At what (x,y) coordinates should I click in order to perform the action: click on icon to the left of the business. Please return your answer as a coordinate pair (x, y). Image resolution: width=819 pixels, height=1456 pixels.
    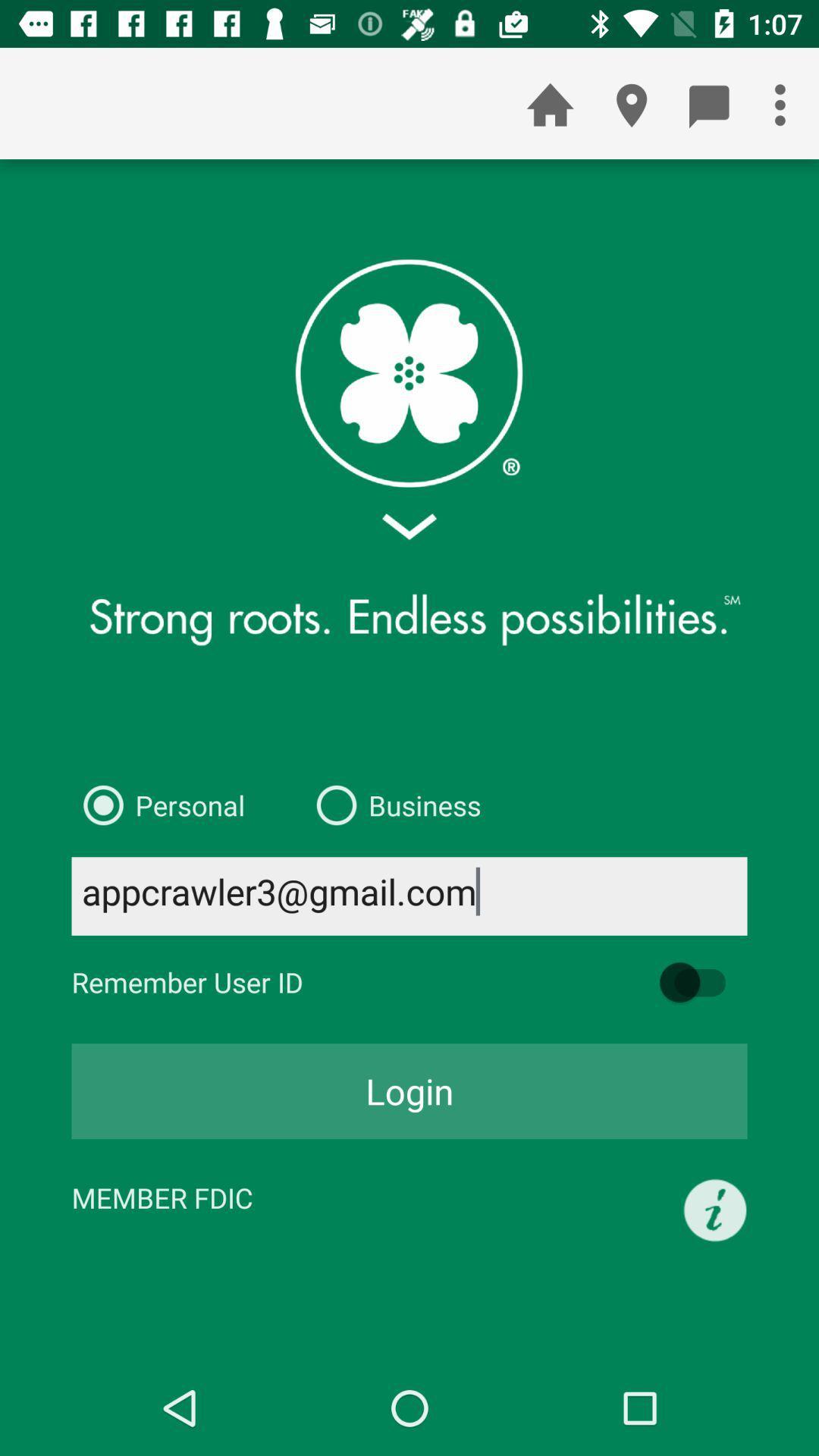
    Looking at the image, I should click on (158, 804).